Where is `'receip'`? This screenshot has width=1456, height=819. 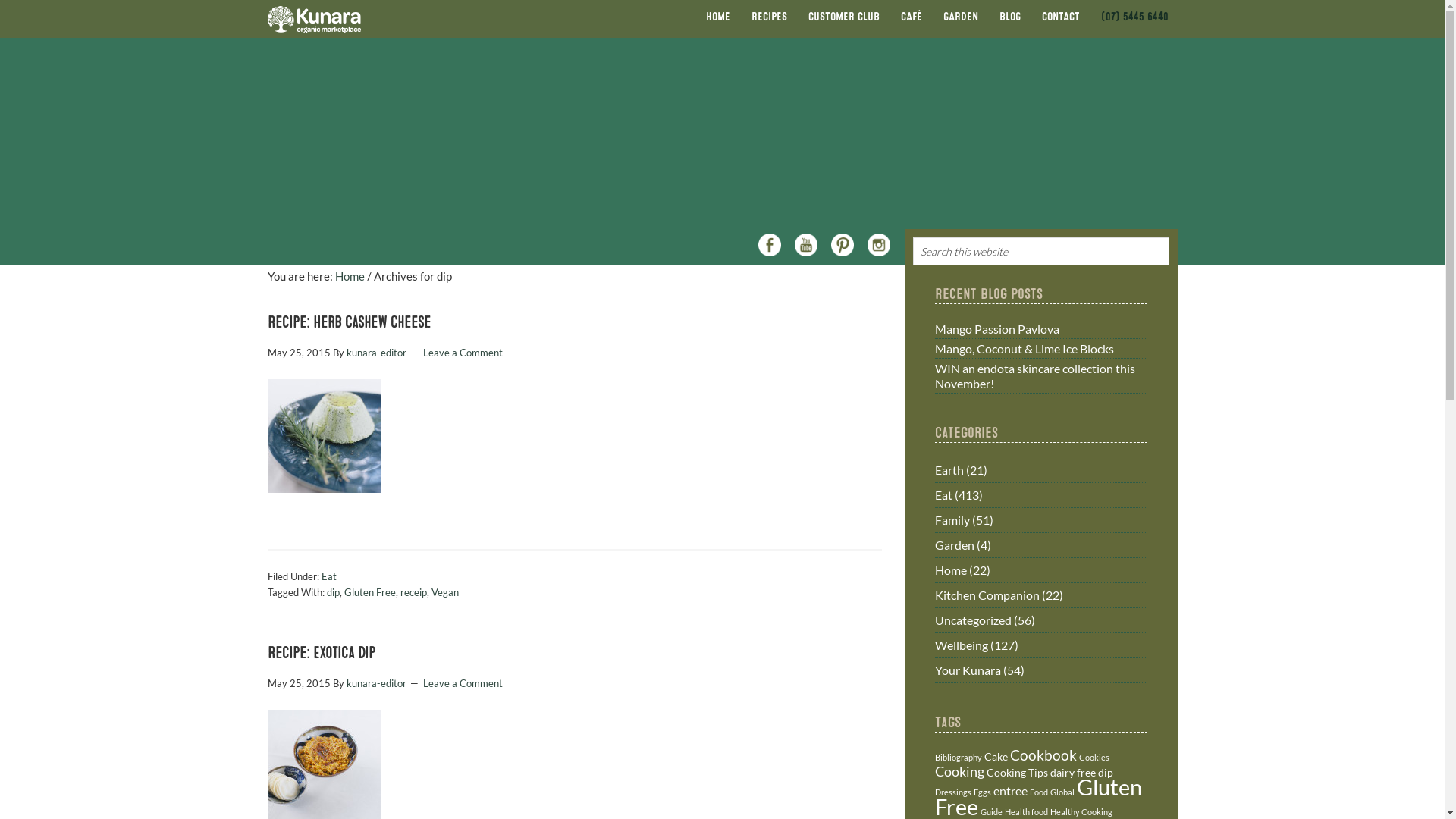
'receip' is located at coordinates (413, 591).